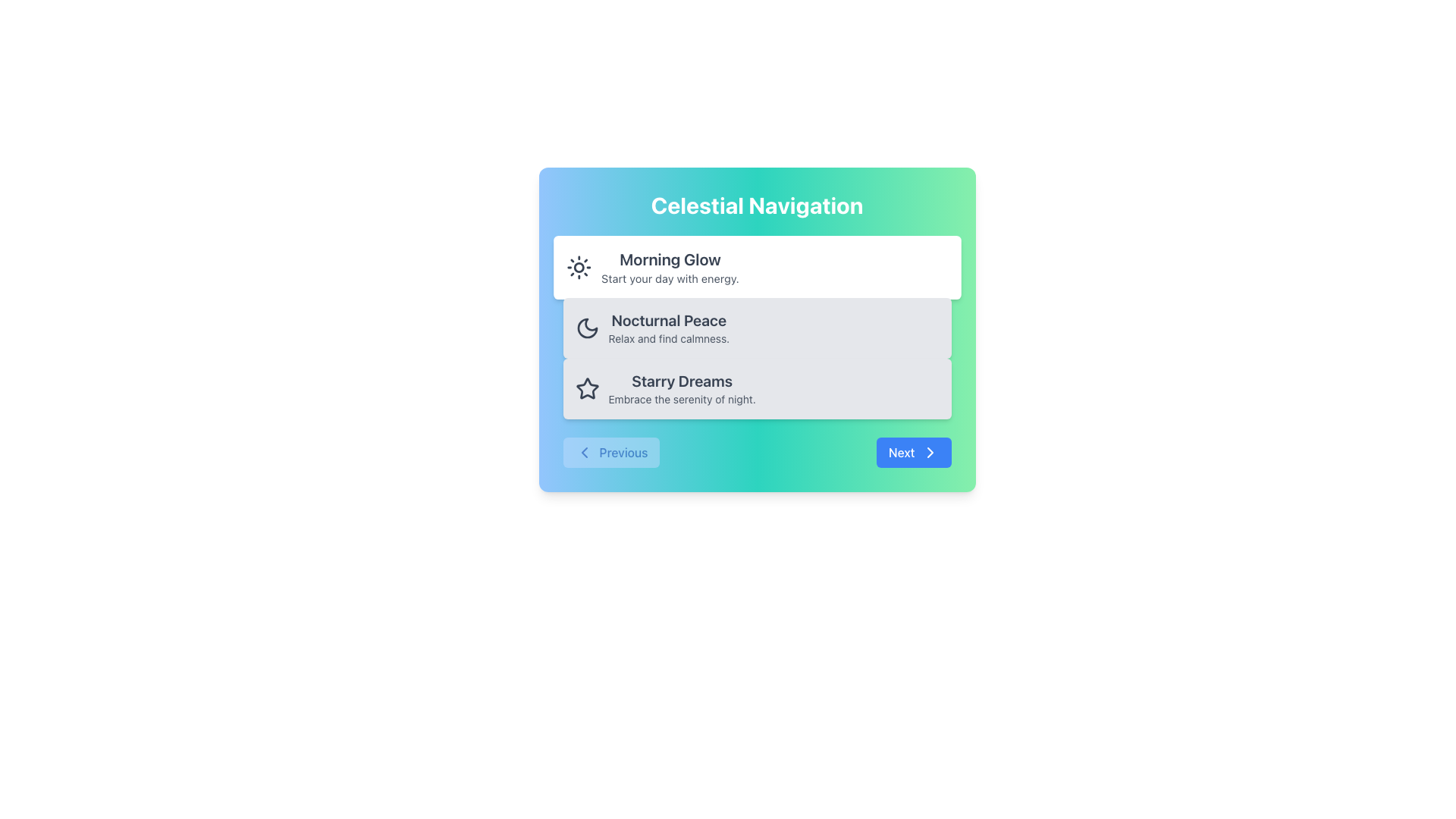 The image size is (1456, 819). I want to click on the disabled 'Previous' button with rounded corners, blue background, and a leftward arrow icon, located at the bottom-left side of the 'Celestial Navigation' panel, so click(611, 452).